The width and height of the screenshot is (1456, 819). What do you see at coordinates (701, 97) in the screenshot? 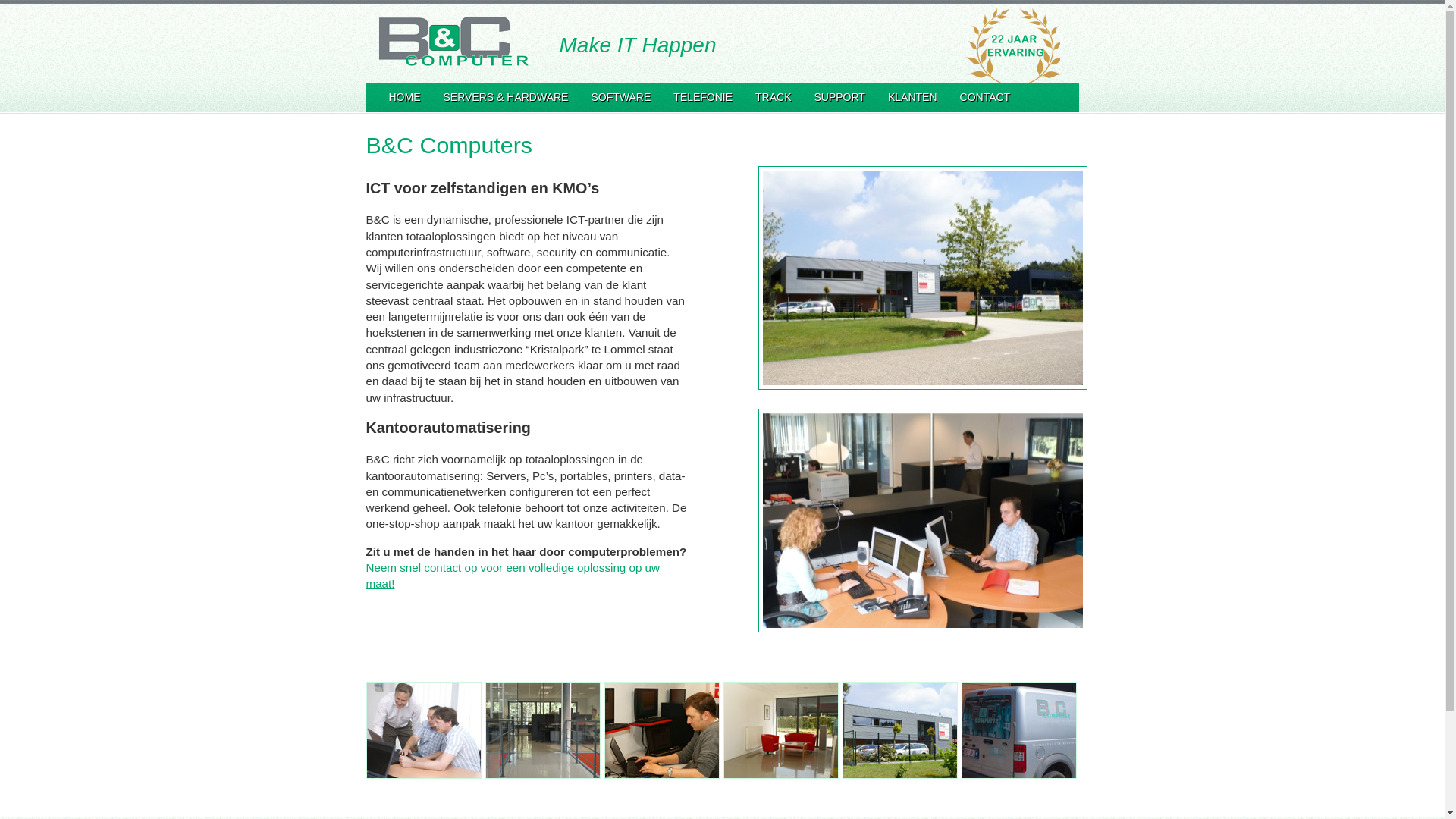
I see `'TELEFONIE'` at bounding box center [701, 97].